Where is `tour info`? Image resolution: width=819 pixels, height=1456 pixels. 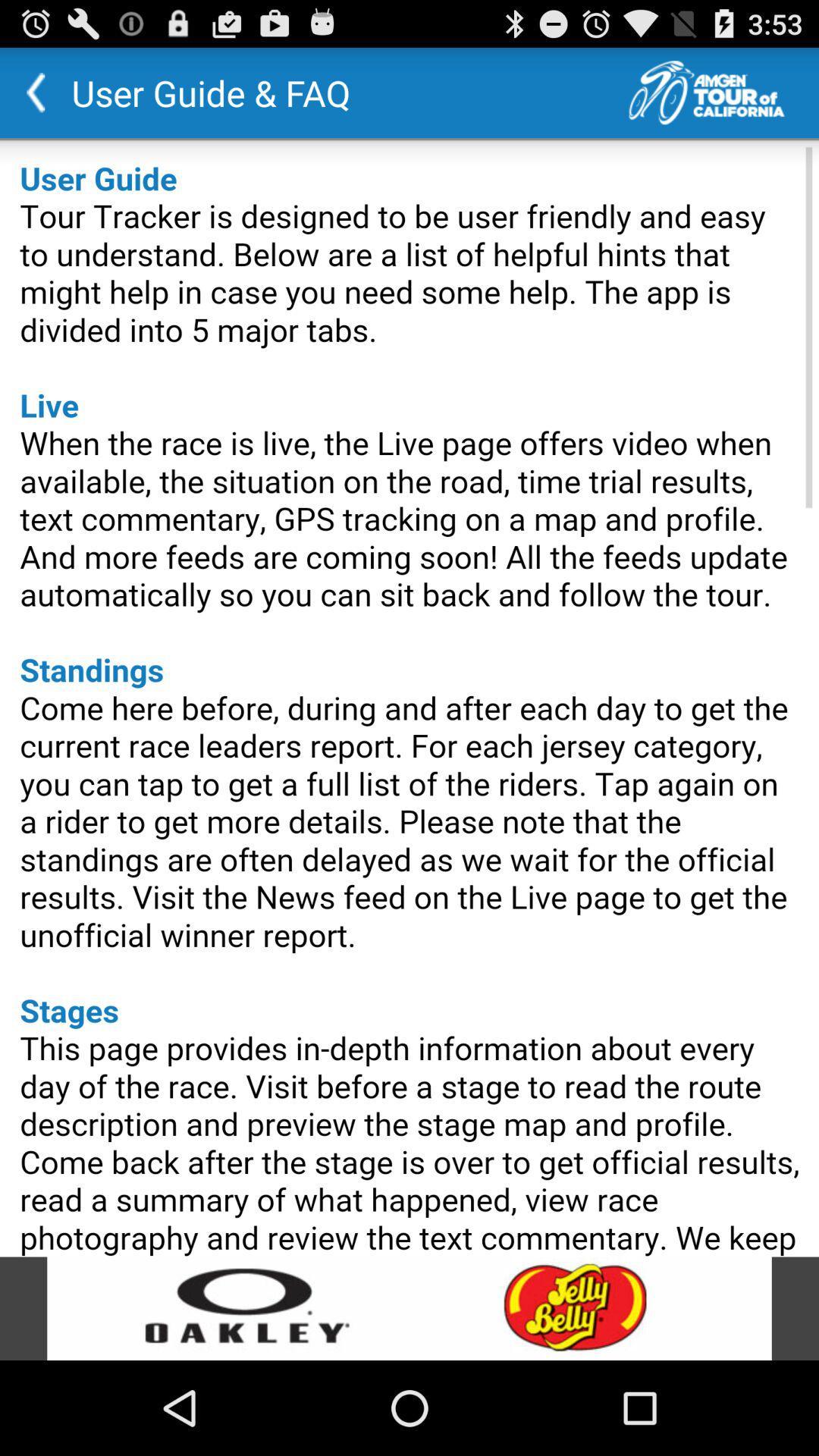
tour info is located at coordinates (723, 92).